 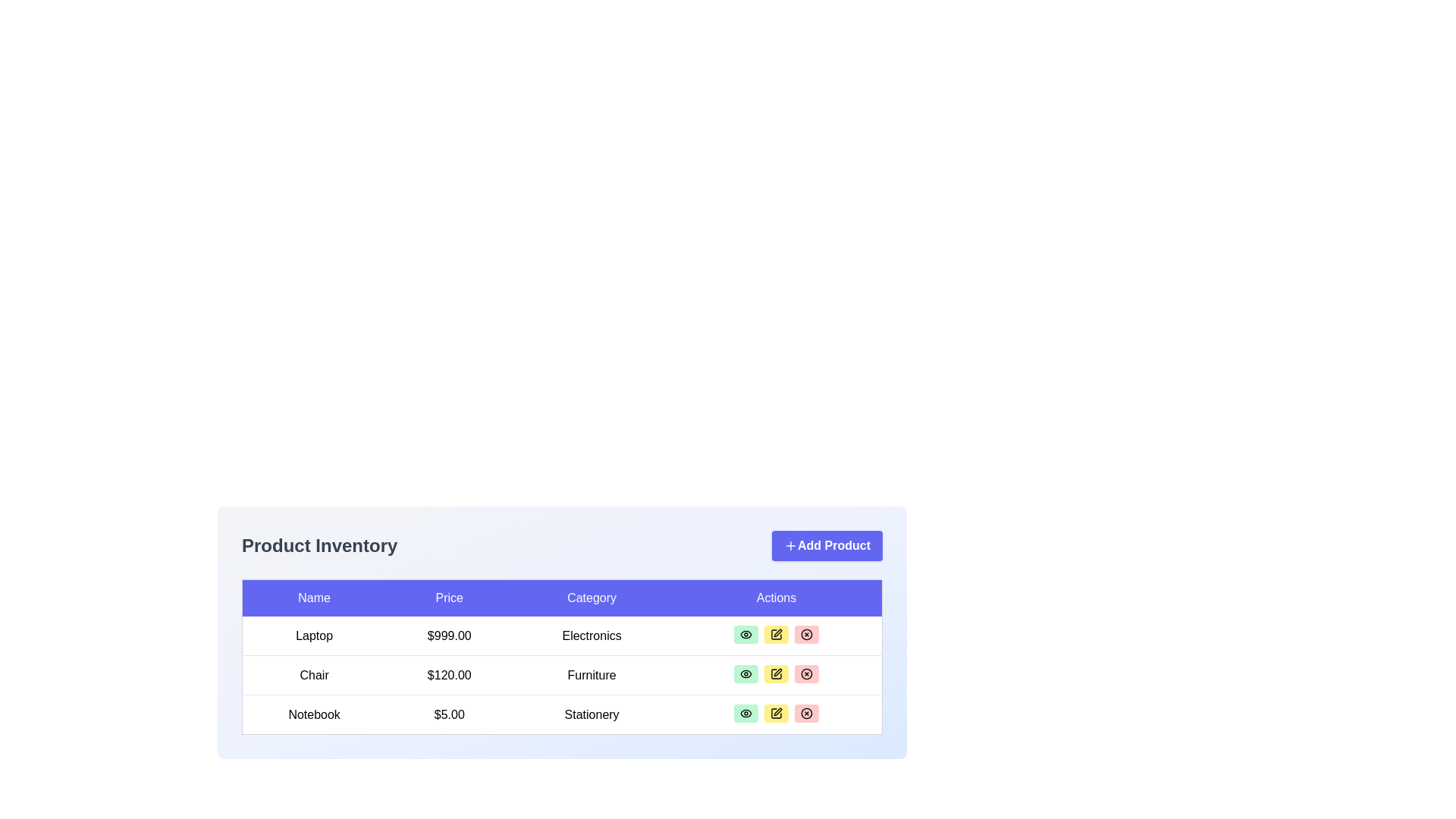 What do you see at coordinates (805, 673) in the screenshot?
I see `the circular red button with an 'X' icon, which is the third button in the 'Actions' column for the 'Furniture' category` at bounding box center [805, 673].